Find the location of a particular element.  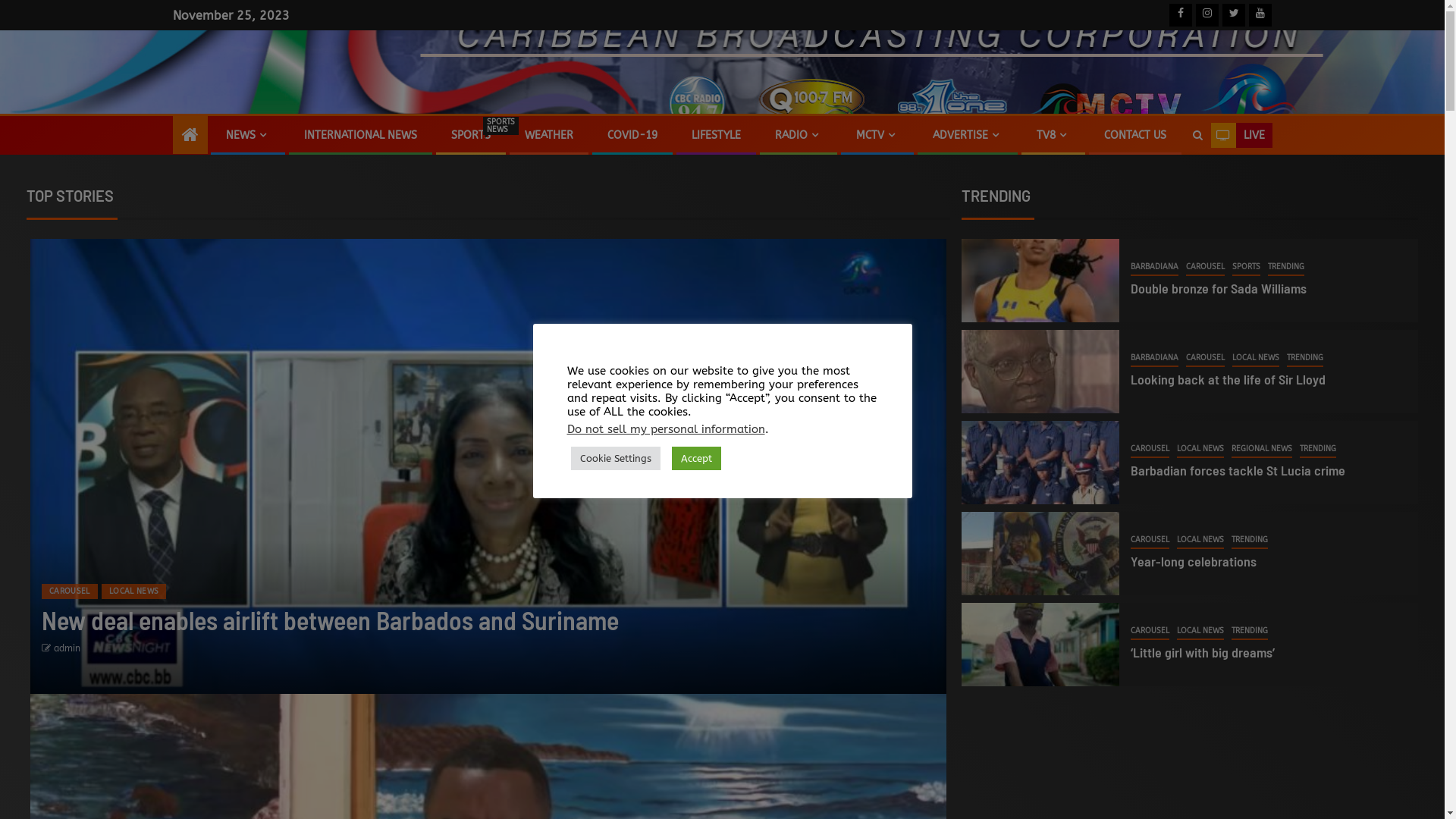

'MCTV' is located at coordinates (877, 134).